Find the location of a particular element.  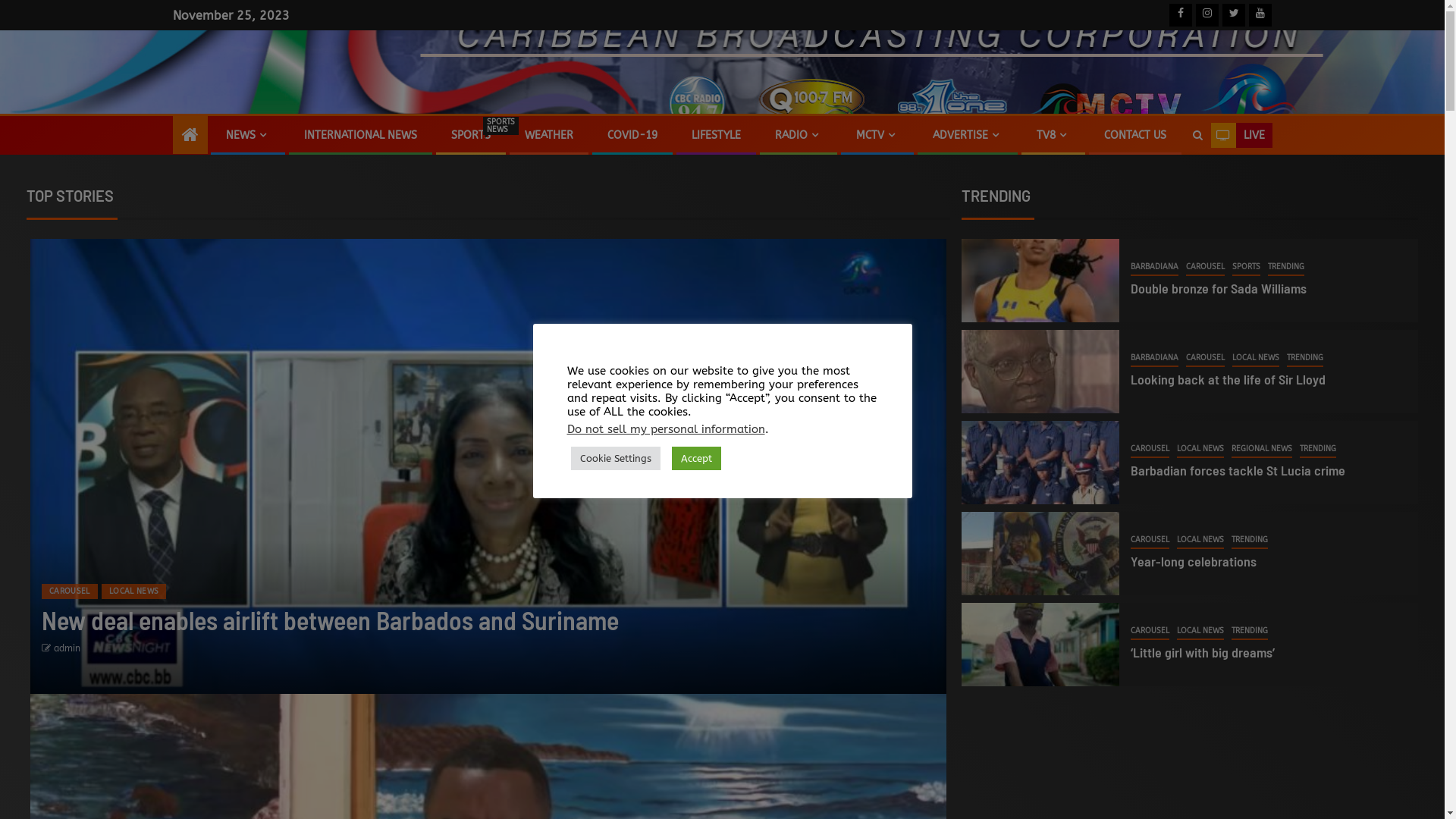

'MCTV' is located at coordinates (877, 134).